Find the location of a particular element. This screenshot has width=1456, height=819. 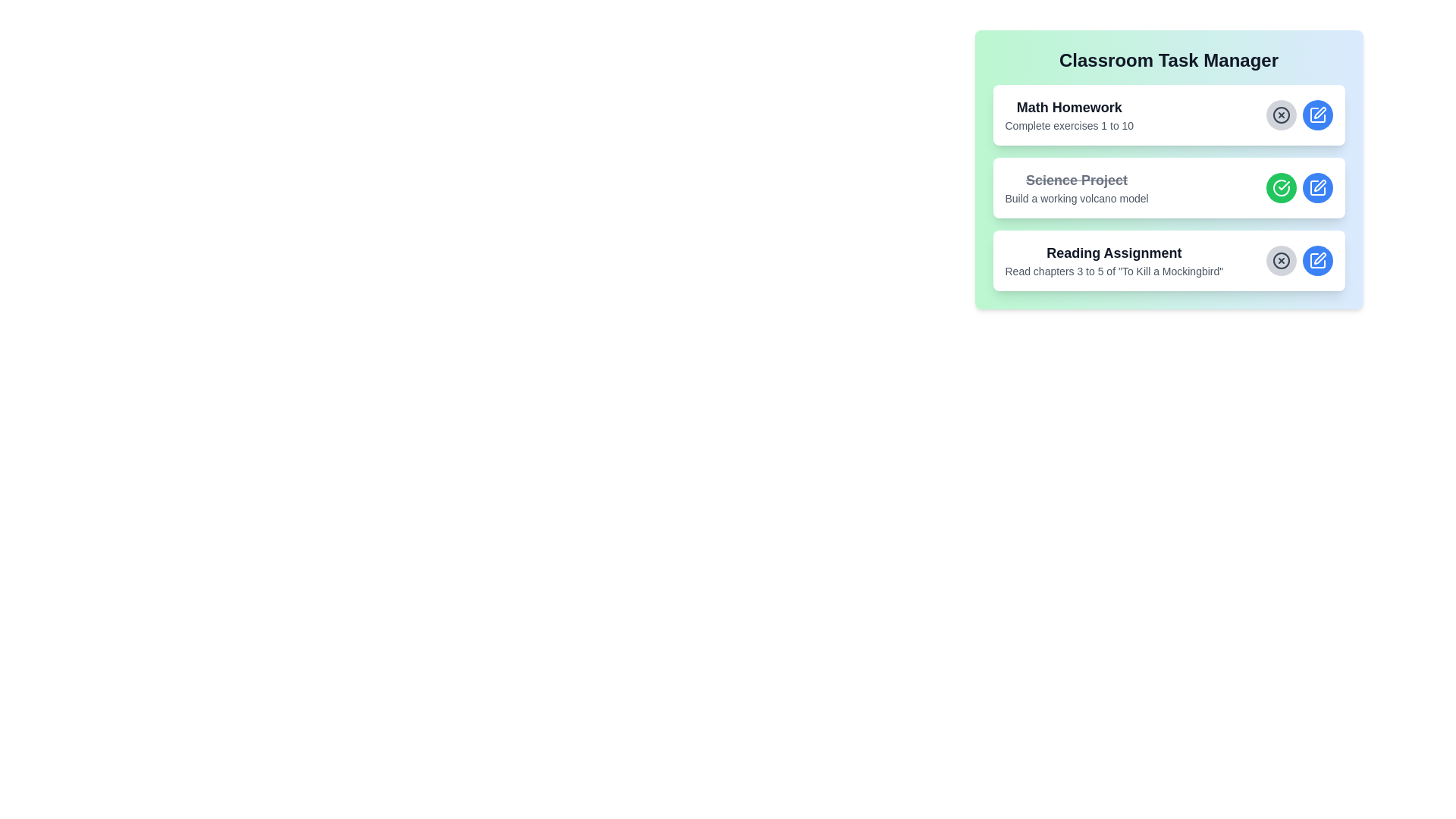

edit button for the task with the title Science Project is located at coordinates (1316, 187).